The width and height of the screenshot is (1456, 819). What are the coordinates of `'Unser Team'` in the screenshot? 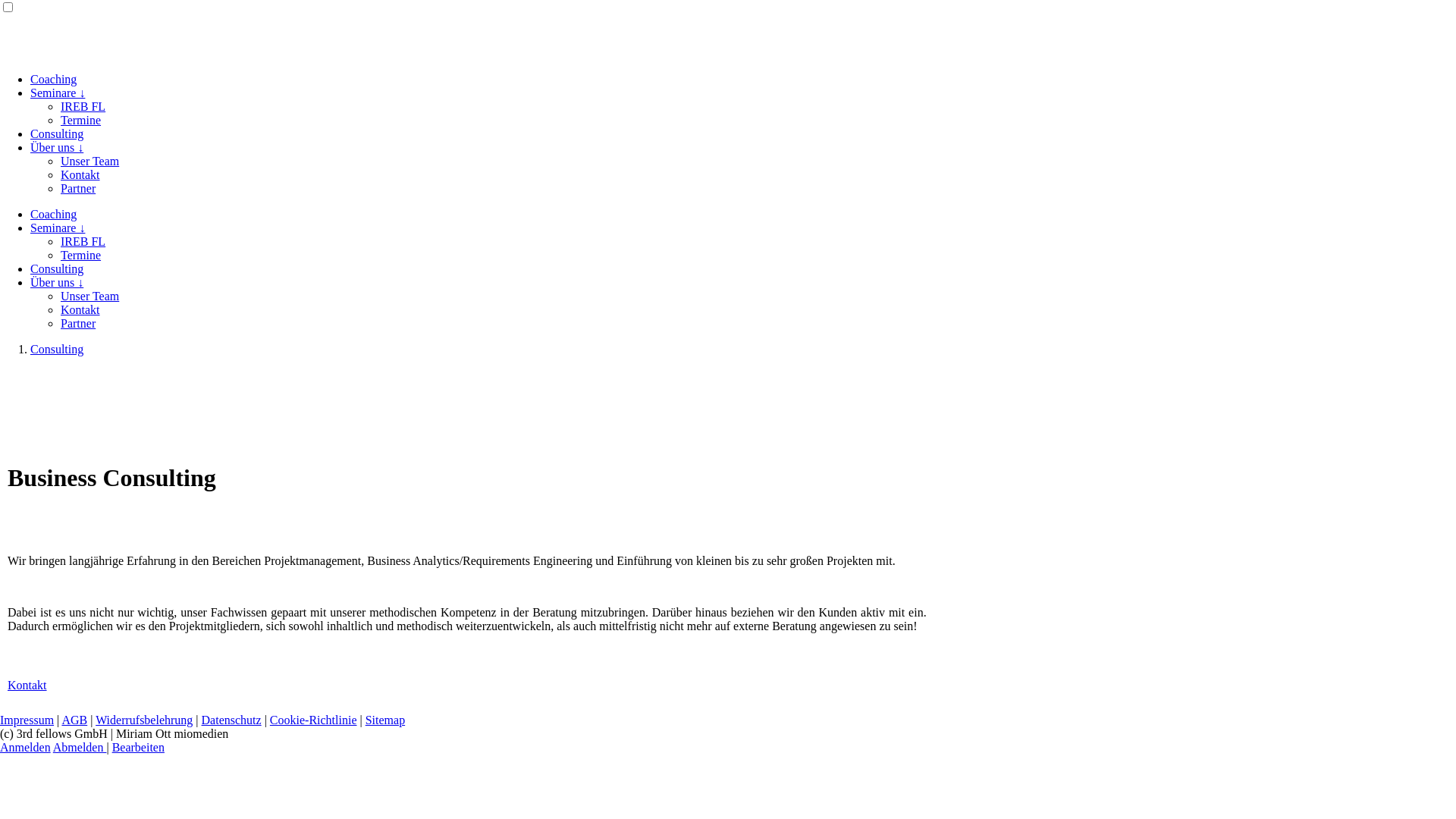 It's located at (89, 296).